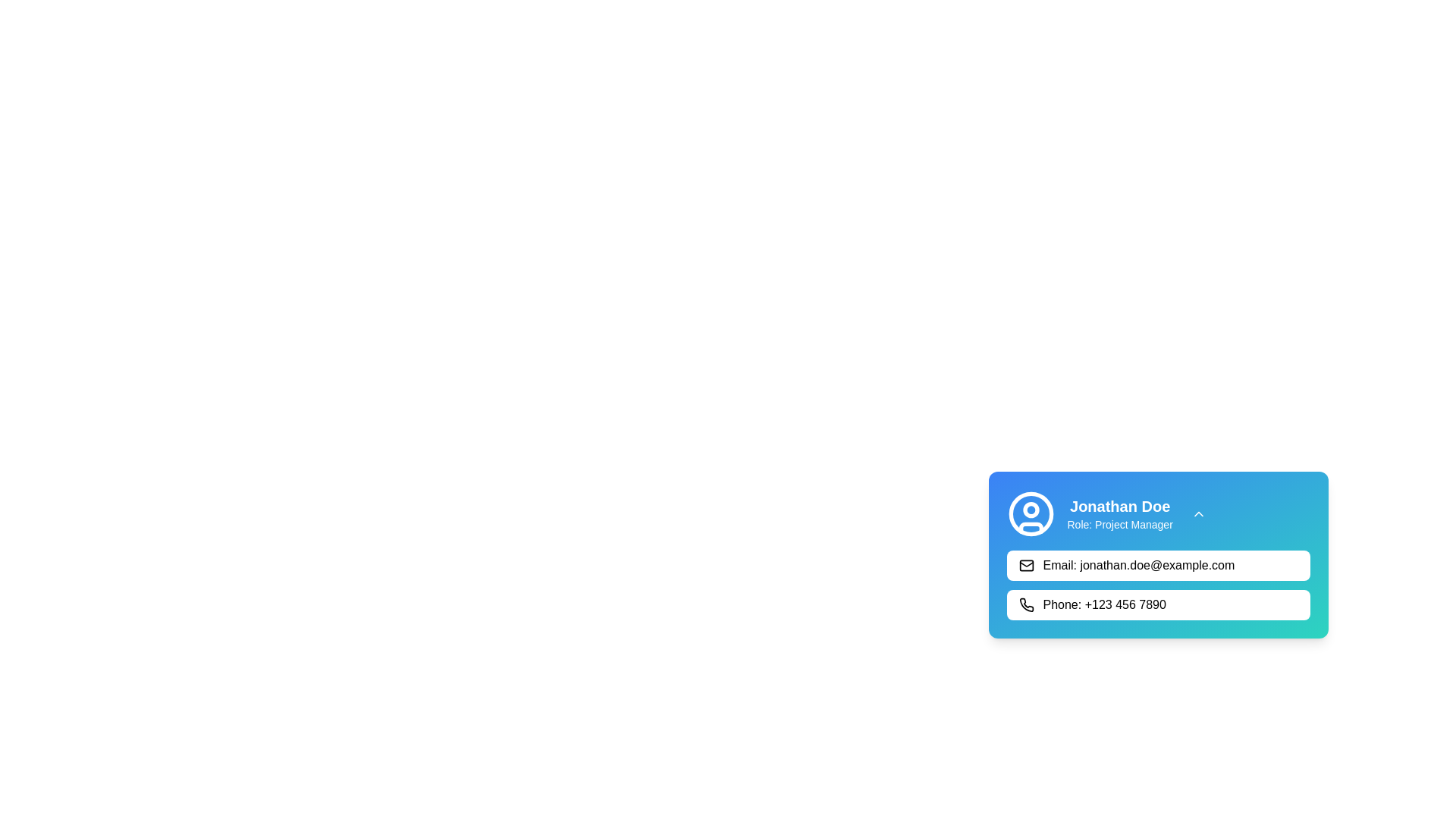 This screenshot has width=1456, height=819. What do you see at coordinates (1120, 506) in the screenshot?
I see `the text element displaying 'Jonathan Doe', which is prominently styled in bold white font on a gradient blue background at the top of a rectangular card interface` at bounding box center [1120, 506].